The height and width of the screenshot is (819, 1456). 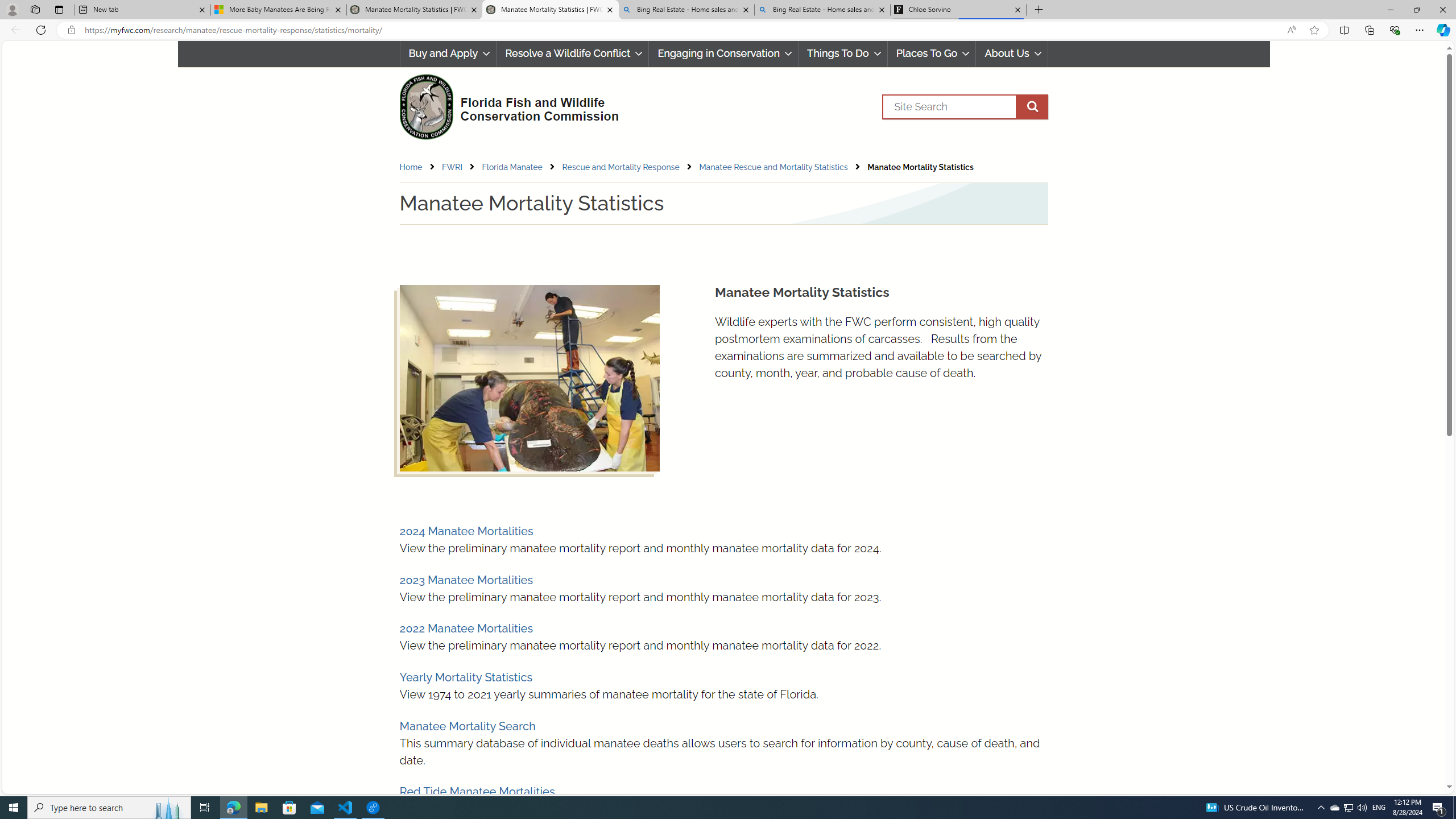 I want to click on 'Home', so click(x=410, y=167).